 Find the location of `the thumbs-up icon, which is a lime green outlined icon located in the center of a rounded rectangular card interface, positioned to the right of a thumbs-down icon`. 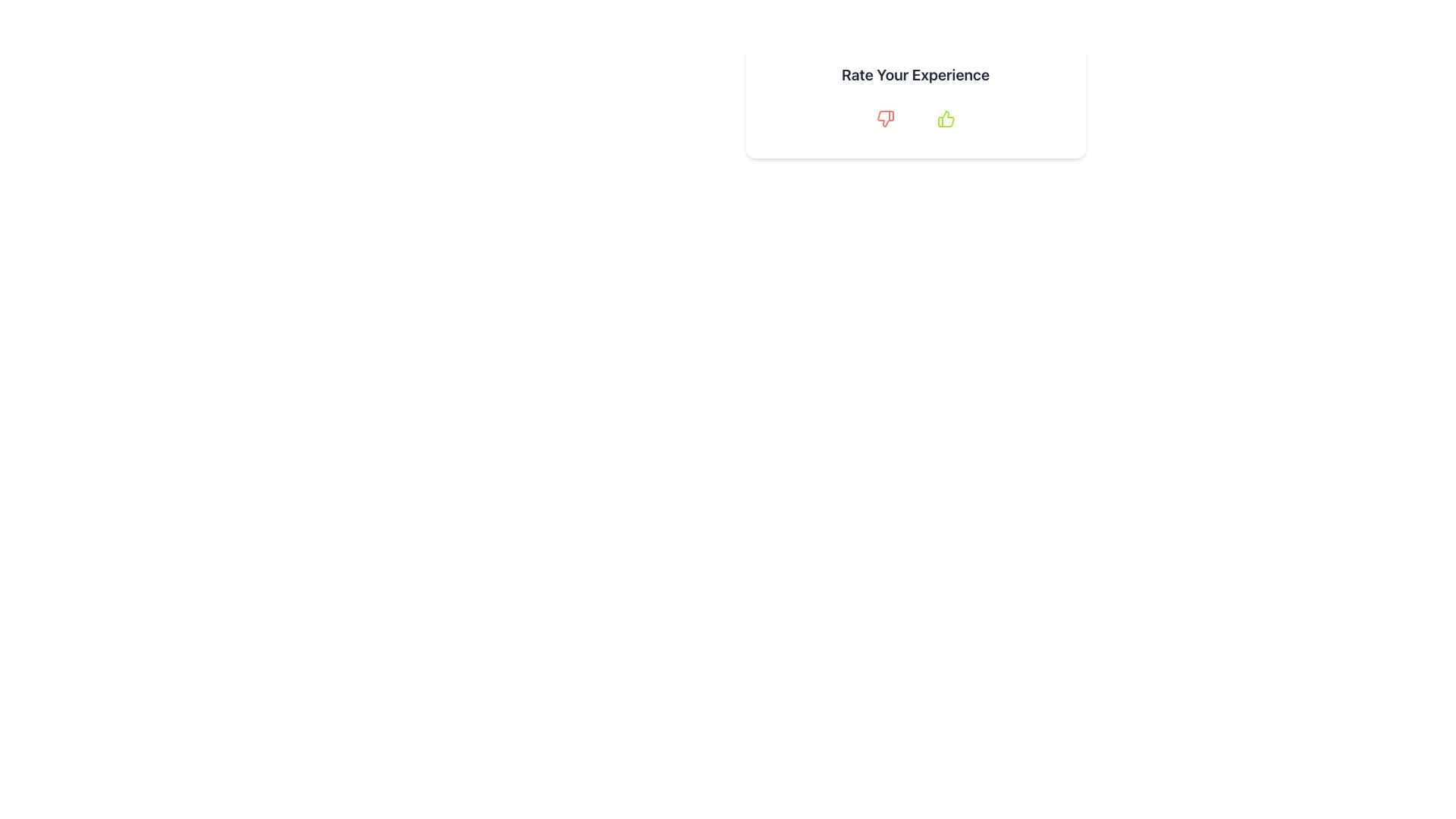

the thumbs-up icon, which is a lime green outlined icon located in the center of a rounded rectangular card interface, positioned to the right of a thumbs-down icon is located at coordinates (945, 118).